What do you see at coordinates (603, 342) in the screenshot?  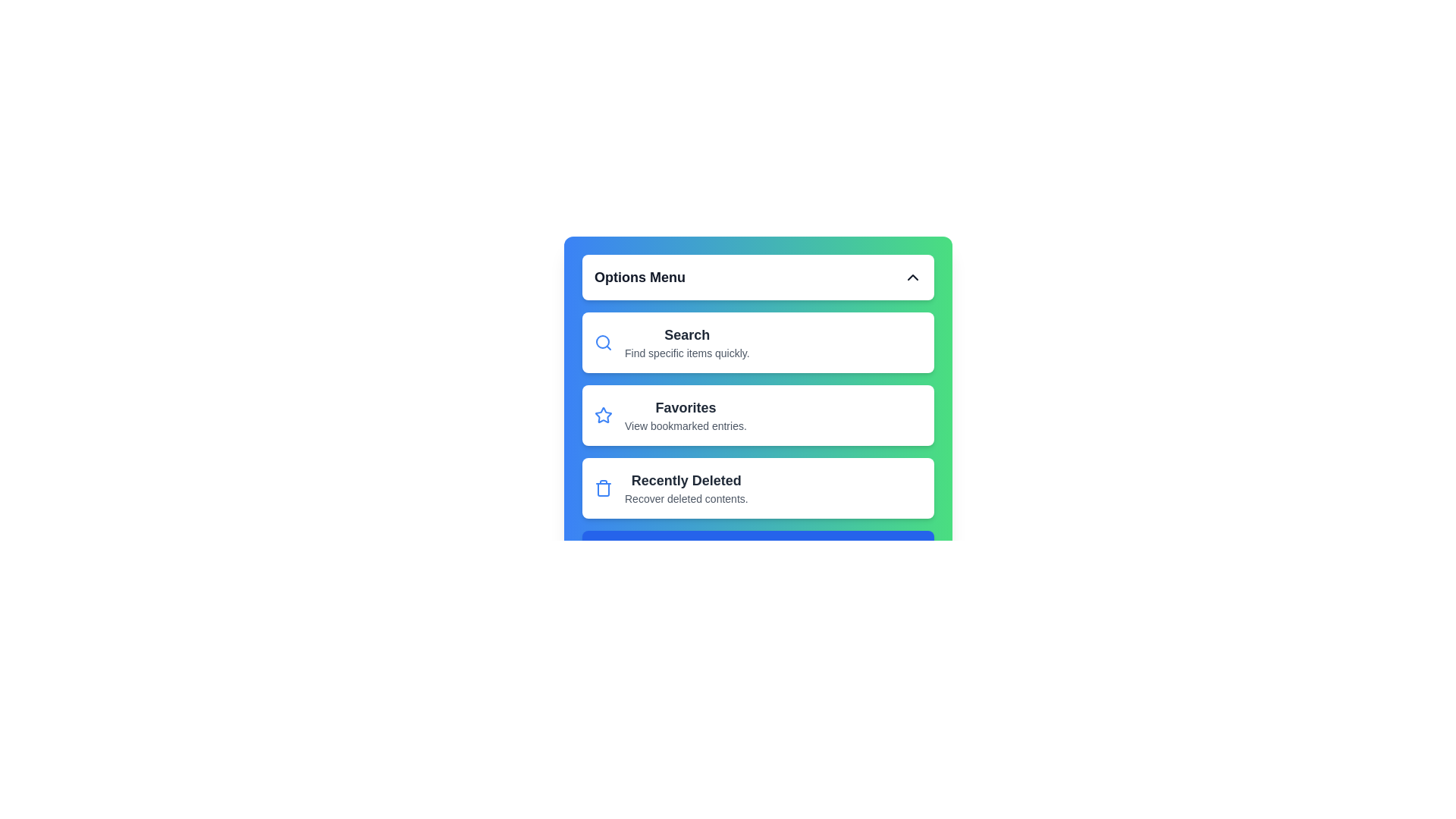 I see `the magnifying glass icon associated with the search functionality located in the upper left corner of the first card in the options menu` at bounding box center [603, 342].